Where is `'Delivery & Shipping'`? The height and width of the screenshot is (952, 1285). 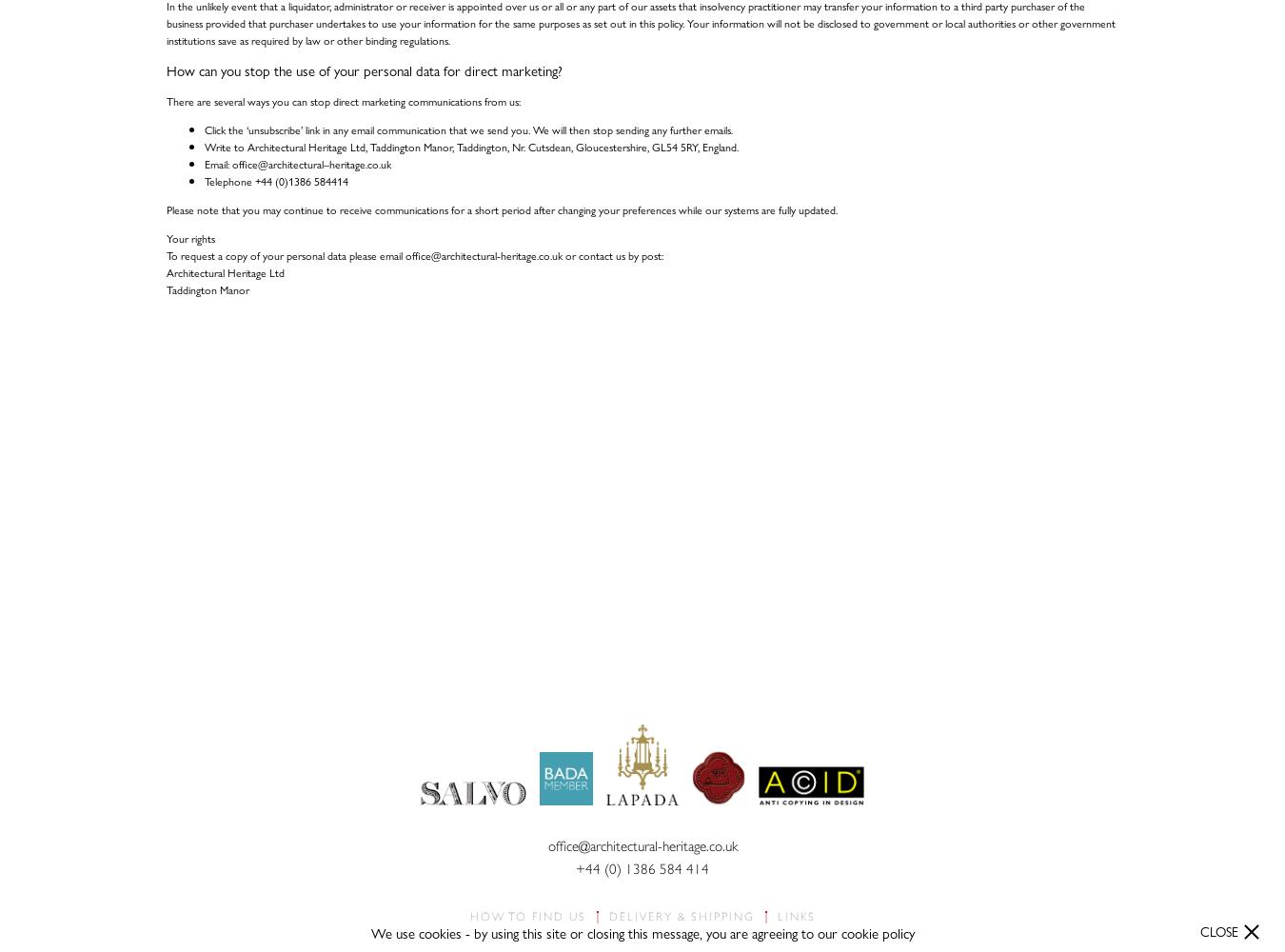 'Delivery & Shipping' is located at coordinates (680, 916).